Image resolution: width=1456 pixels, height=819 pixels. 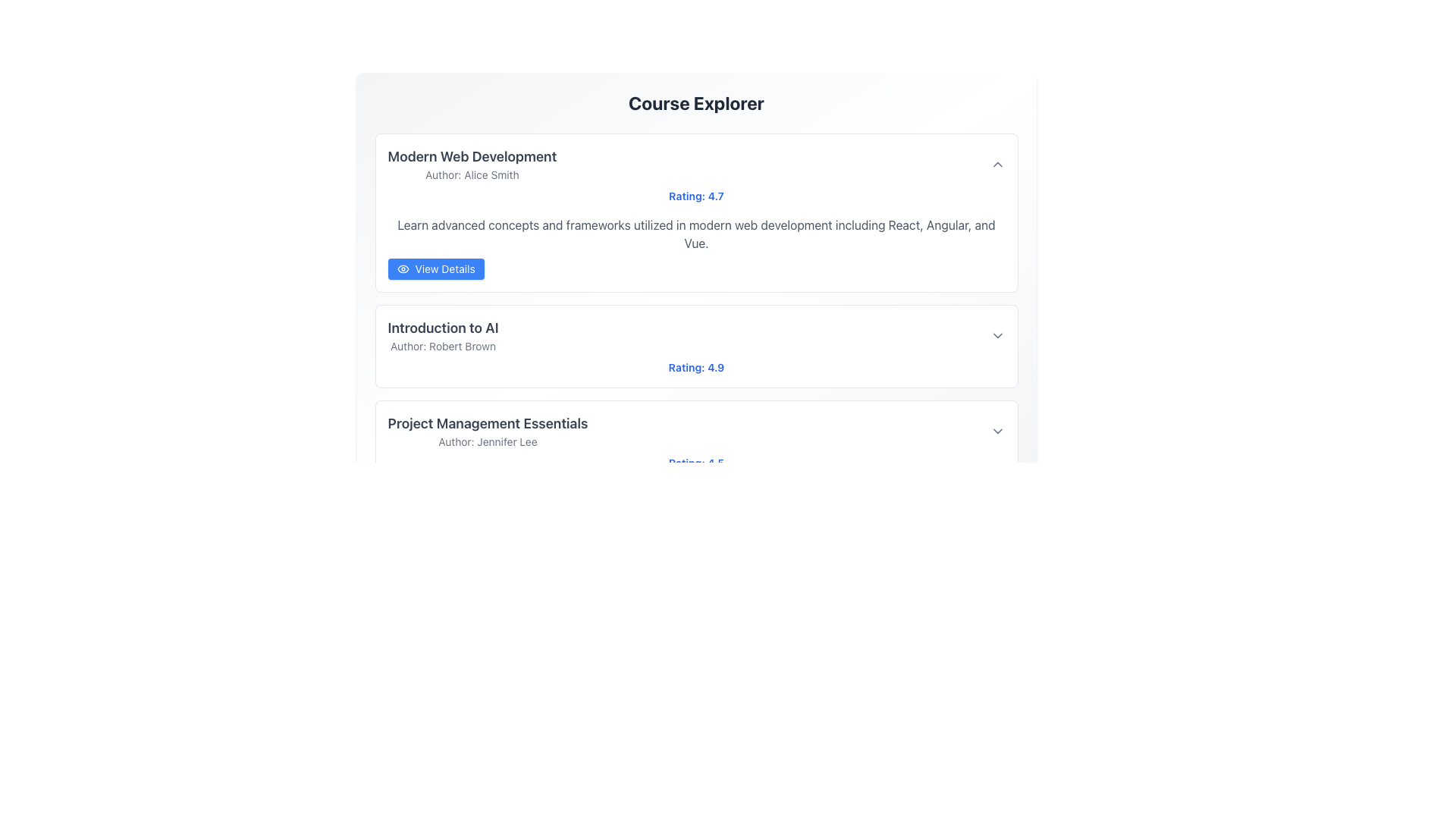 What do you see at coordinates (442, 346) in the screenshot?
I see `static text label displaying 'Author: Robert Brown', which is positioned below the heading 'Introduction to AI' in the Course Explorer interface` at bounding box center [442, 346].